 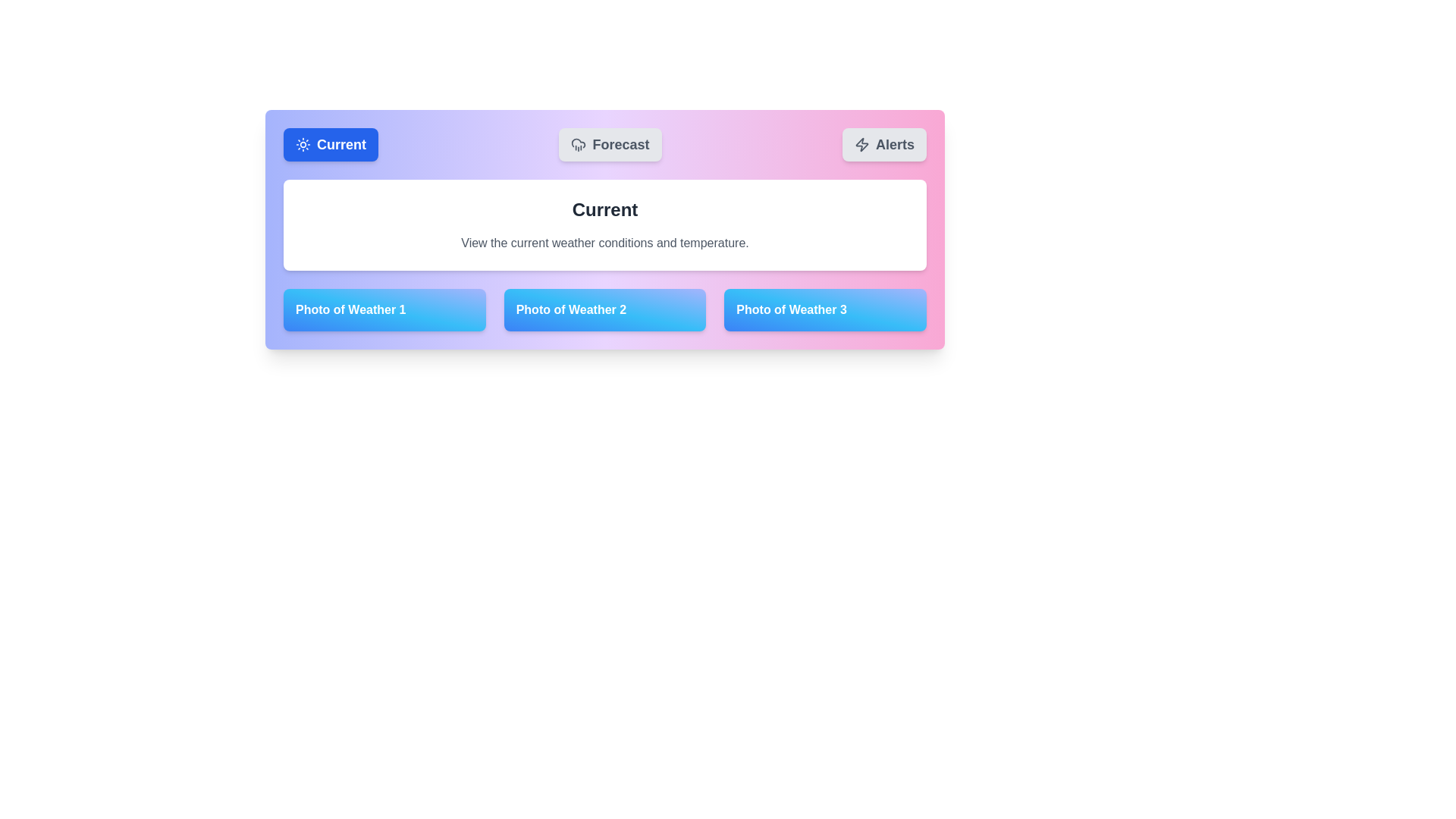 I want to click on the Informative button labeled 'Photo of Weather 2' which is the second button in a row of three, so click(x=604, y=309).